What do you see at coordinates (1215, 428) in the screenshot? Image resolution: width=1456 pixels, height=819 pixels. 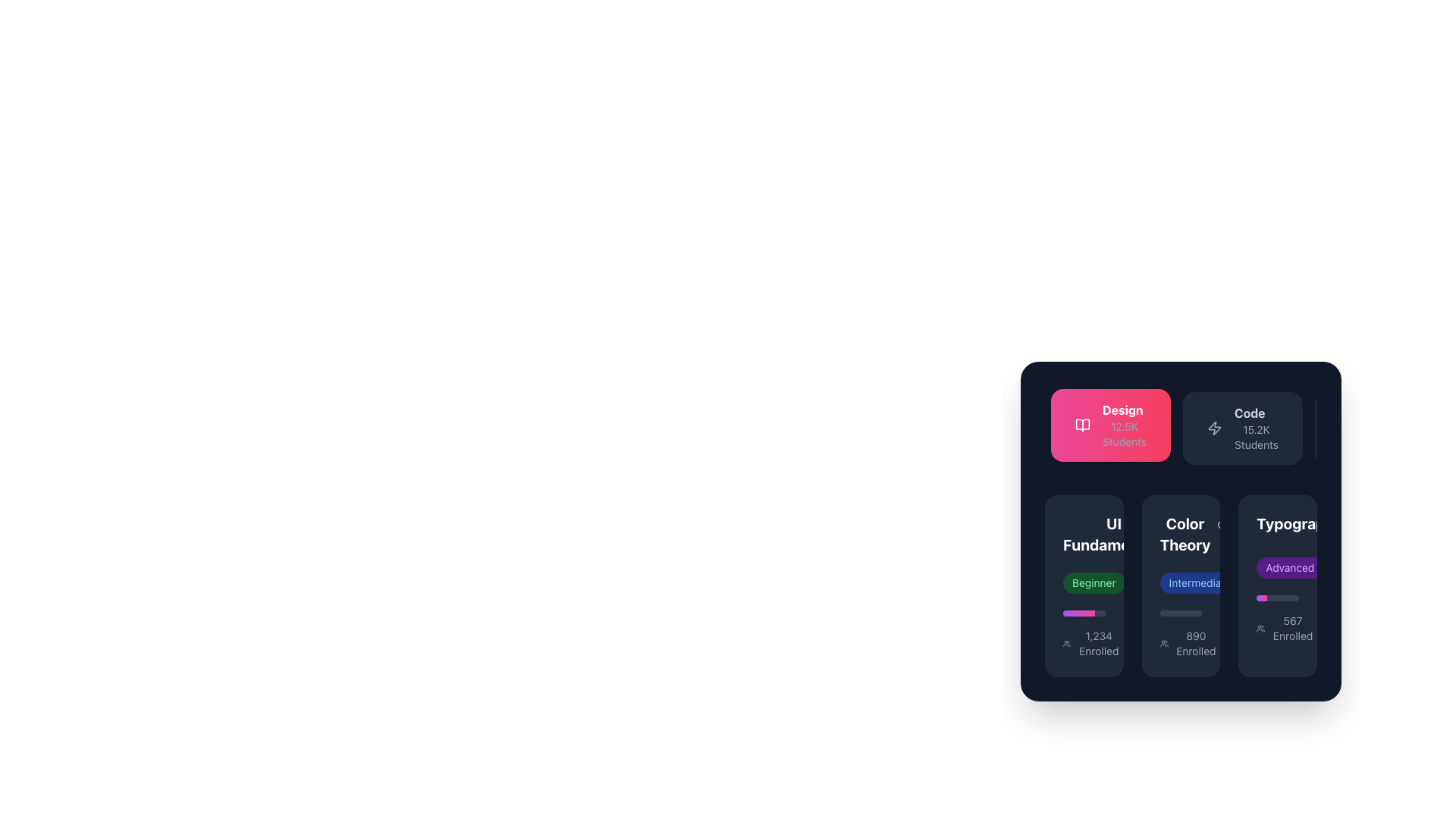 I see `the lightning bolt icon located in the top-right corner of the 'Code 15.2K Students' course card` at bounding box center [1215, 428].